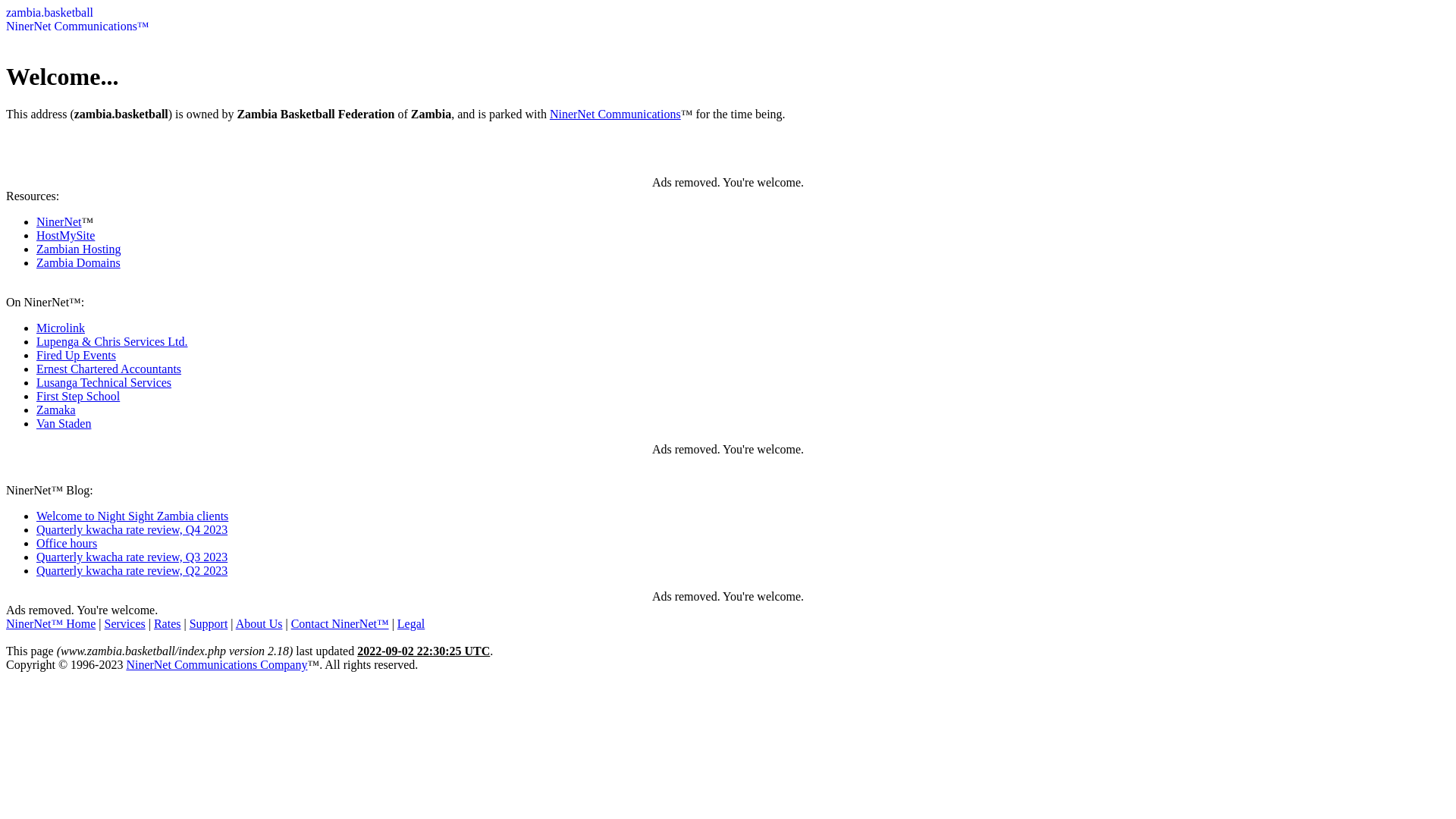  What do you see at coordinates (58, 221) in the screenshot?
I see `'NinerNet'` at bounding box center [58, 221].